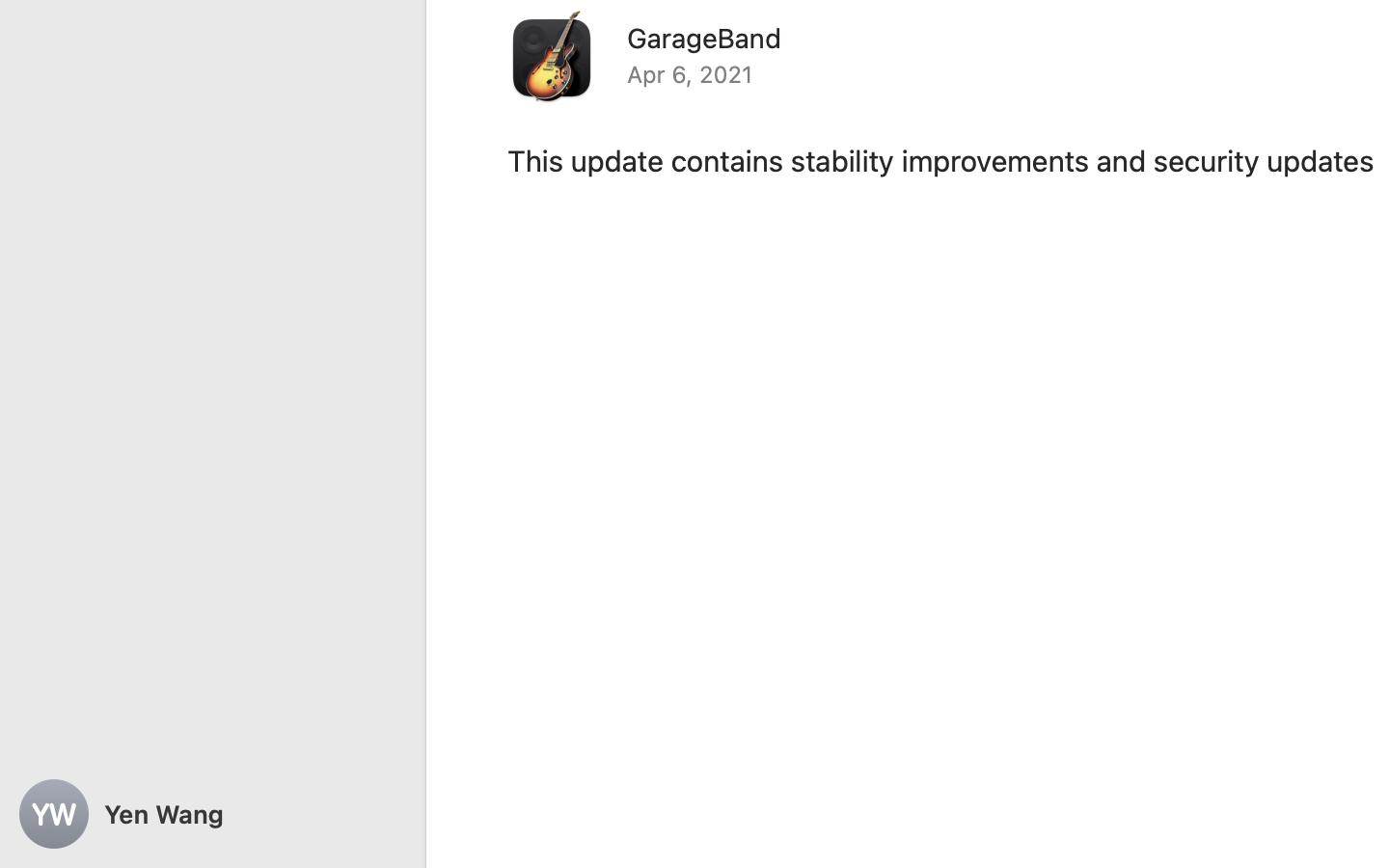 This screenshot has width=1389, height=868. I want to click on 'Apr 6, 2021', so click(690, 73).